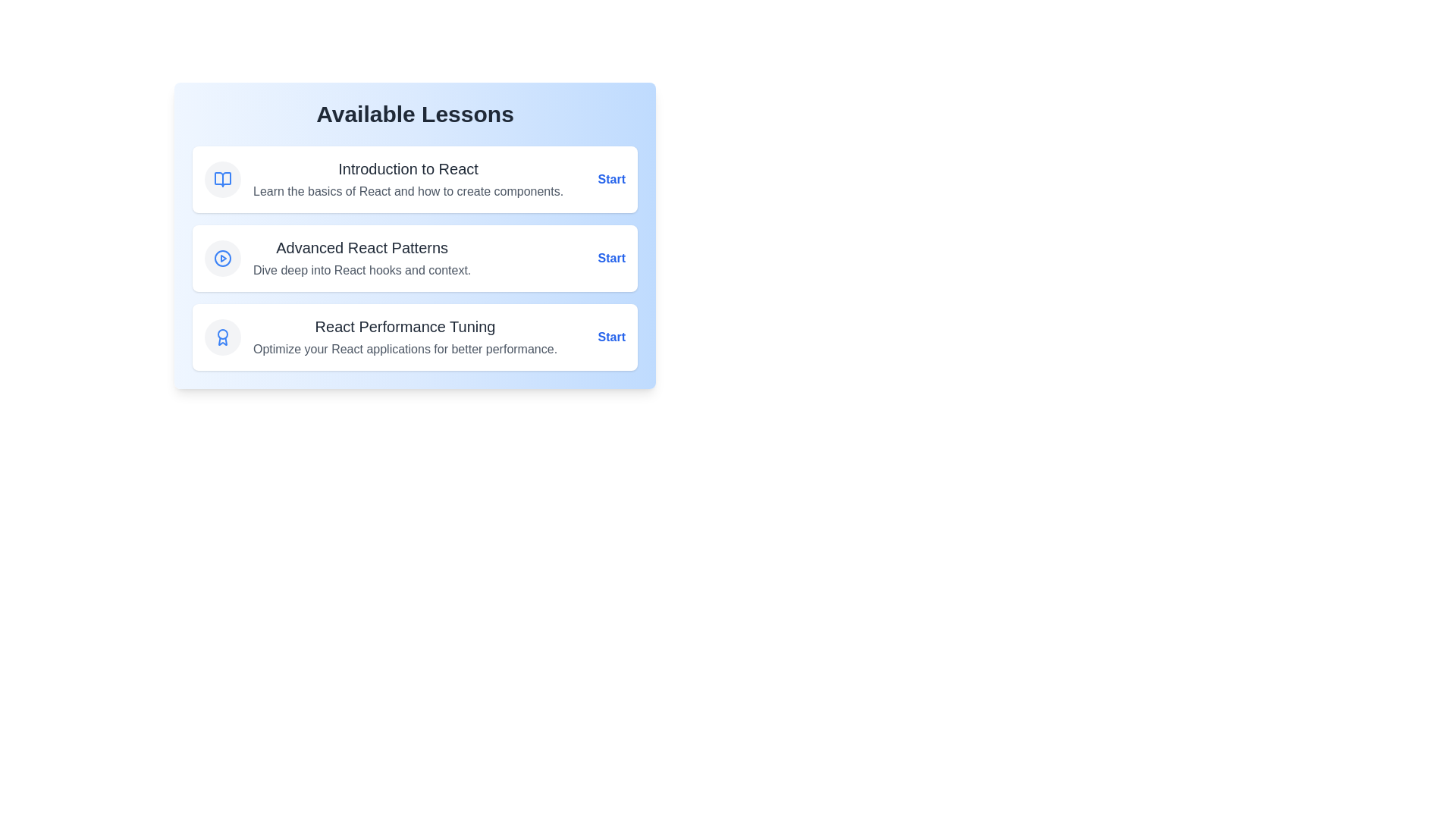 The image size is (1456, 819). What do you see at coordinates (221, 336) in the screenshot?
I see `the icon for the lesson titled 'React Performance Tuning'` at bounding box center [221, 336].